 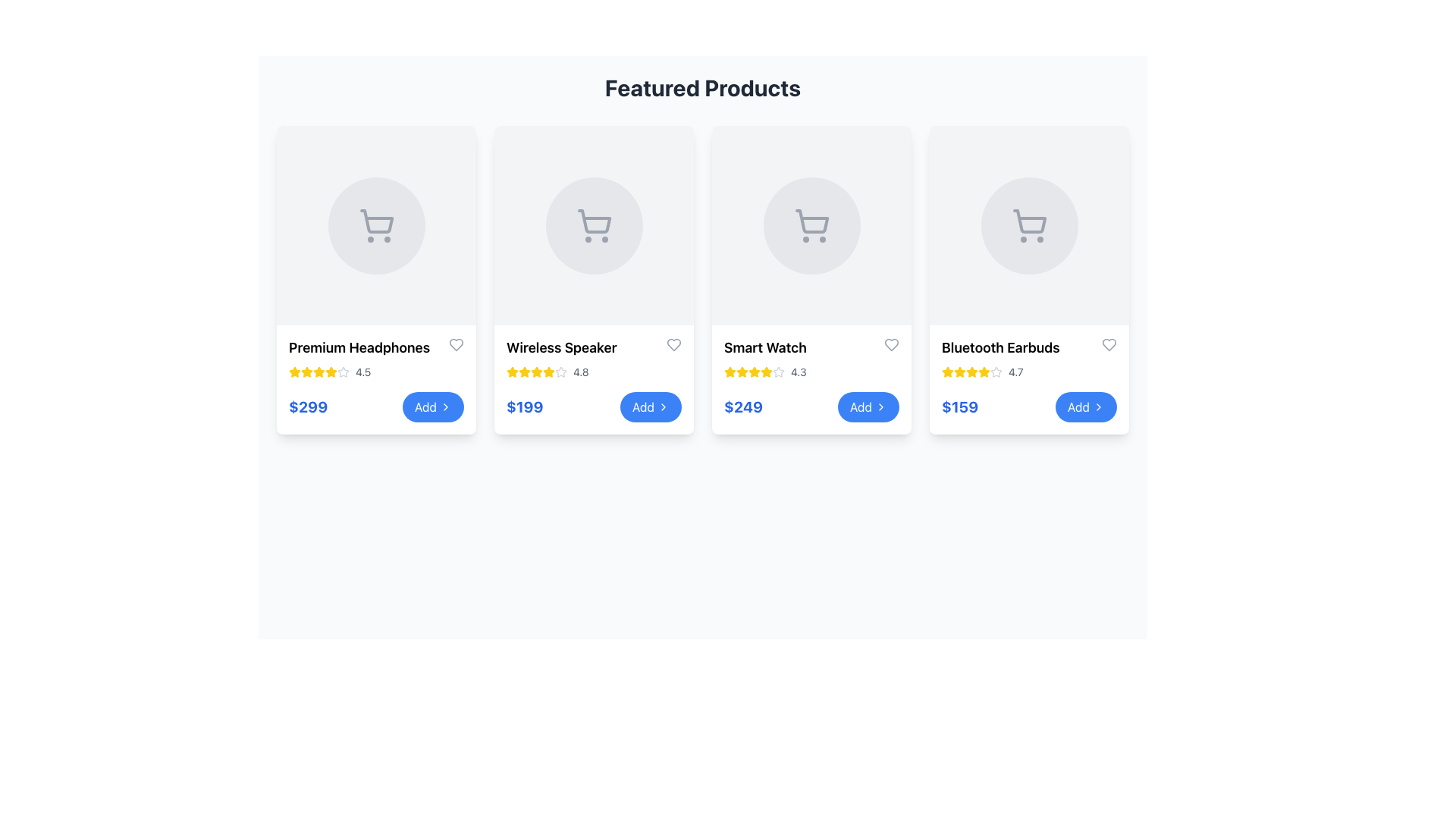 I want to click on the first star-shaped Rating icon filled with yellow color below the product name 'Premium Headphones', so click(x=330, y=372).